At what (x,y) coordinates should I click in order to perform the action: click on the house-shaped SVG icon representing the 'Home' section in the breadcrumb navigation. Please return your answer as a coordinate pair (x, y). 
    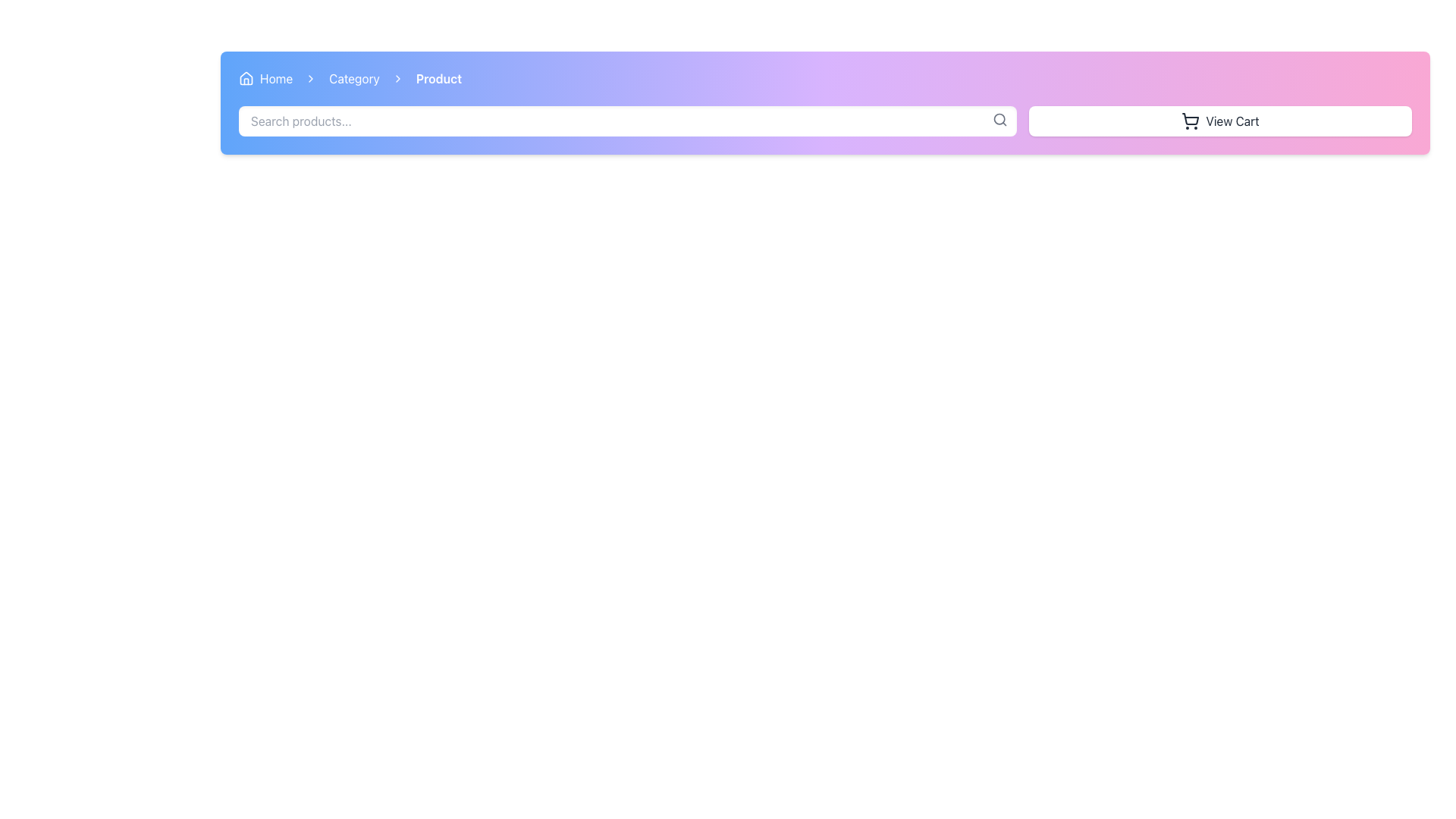
    Looking at the image, I should click on (246, 79).